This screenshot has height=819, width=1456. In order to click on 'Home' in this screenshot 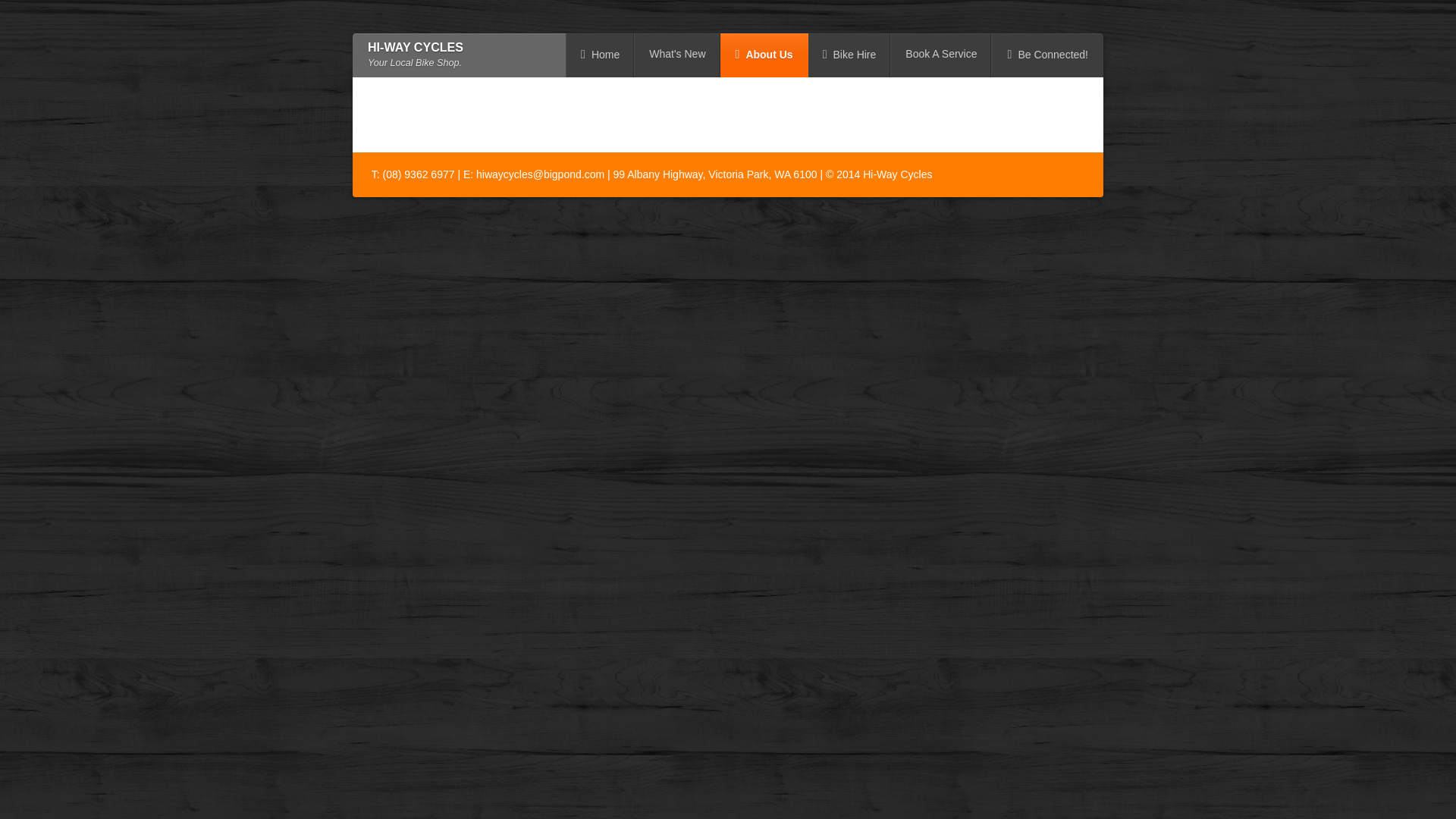, I will do `click(599, 55)`.